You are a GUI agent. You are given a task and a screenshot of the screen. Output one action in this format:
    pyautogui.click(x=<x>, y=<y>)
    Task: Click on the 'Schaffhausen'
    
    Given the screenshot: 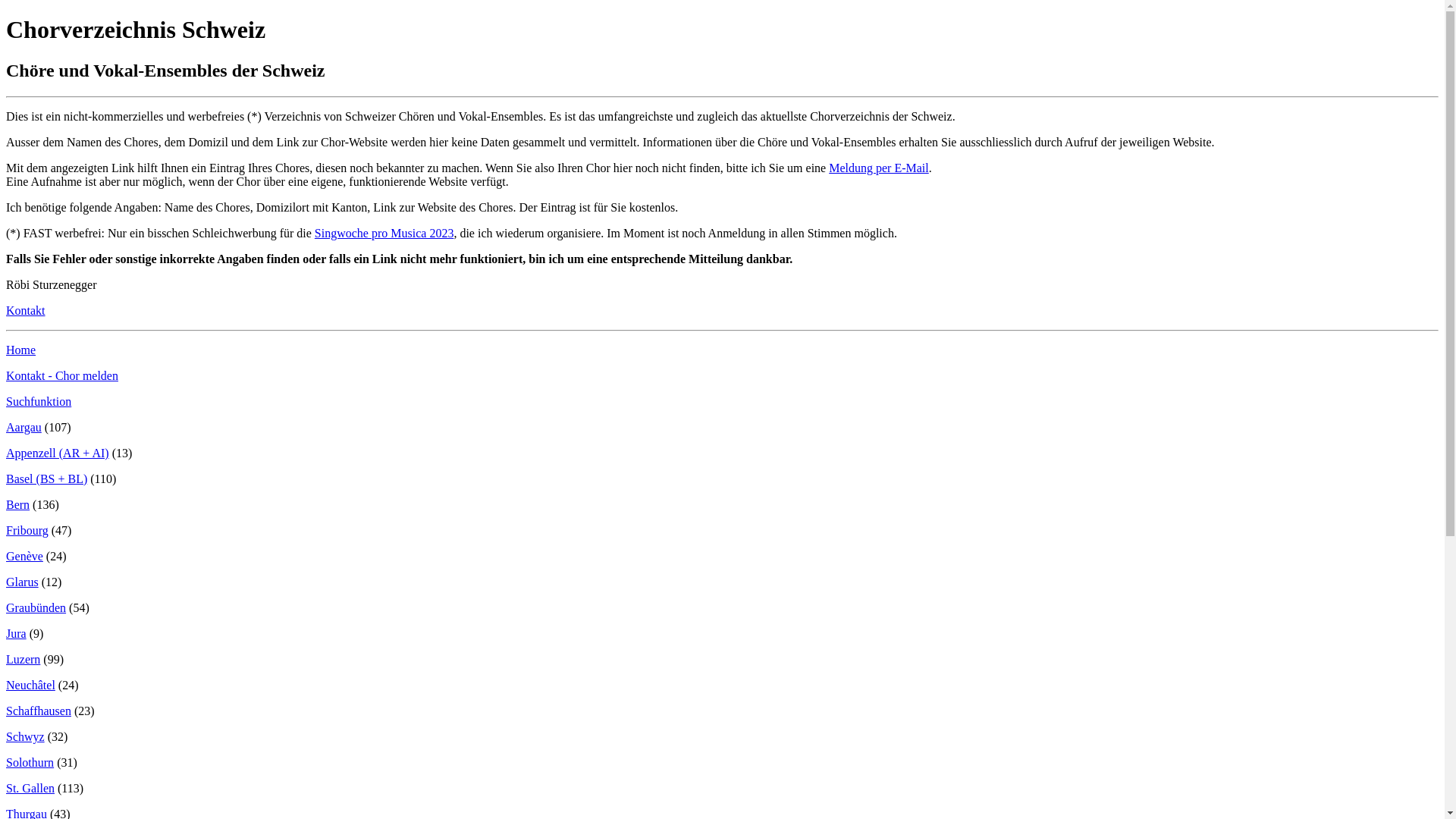 What is the action you would take?
    pyautogui.click(x=39, y=711)
    